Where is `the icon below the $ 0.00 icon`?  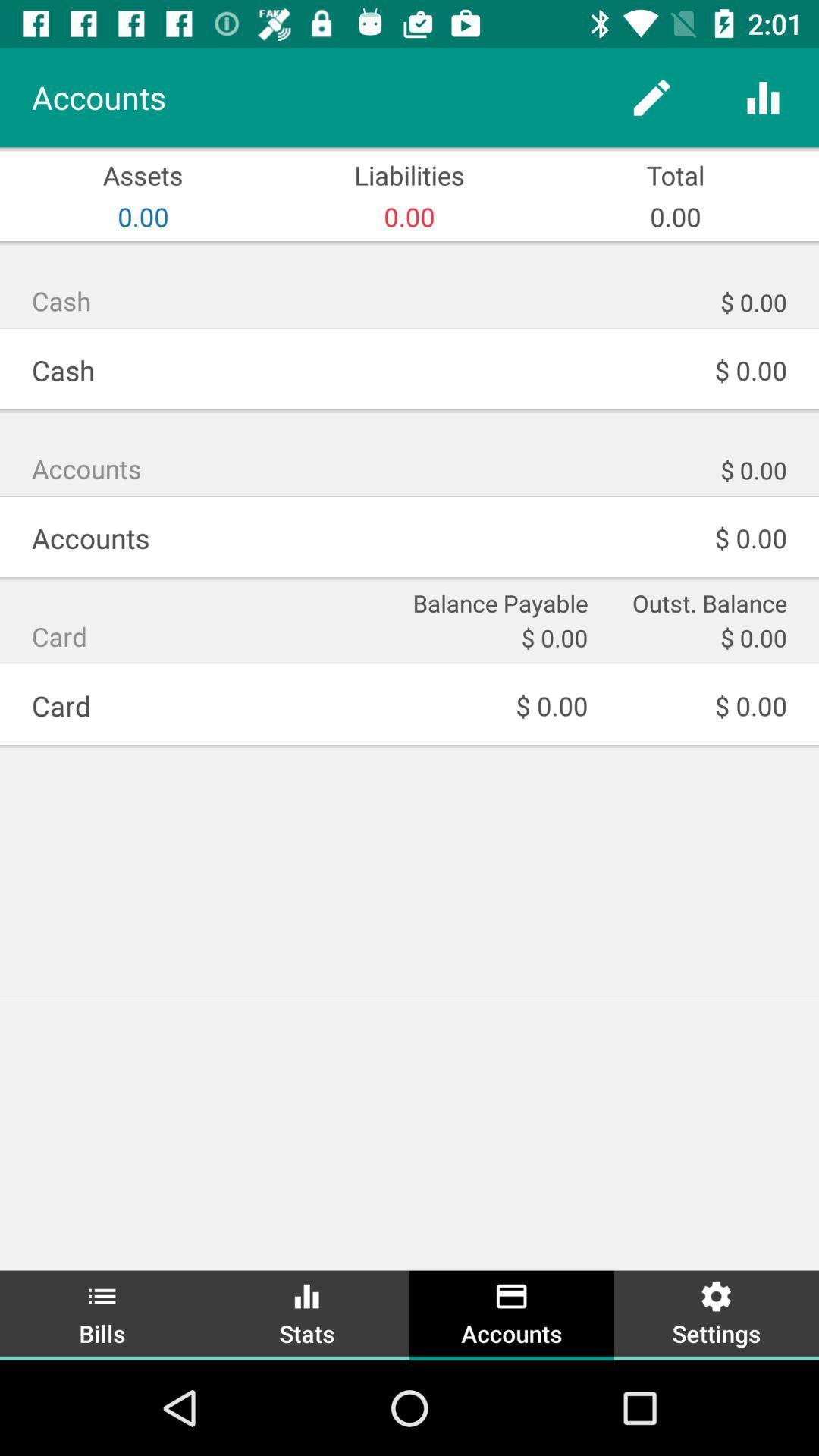
the icon below the $ 0.00 icon is located at coordinates (307, 1313).